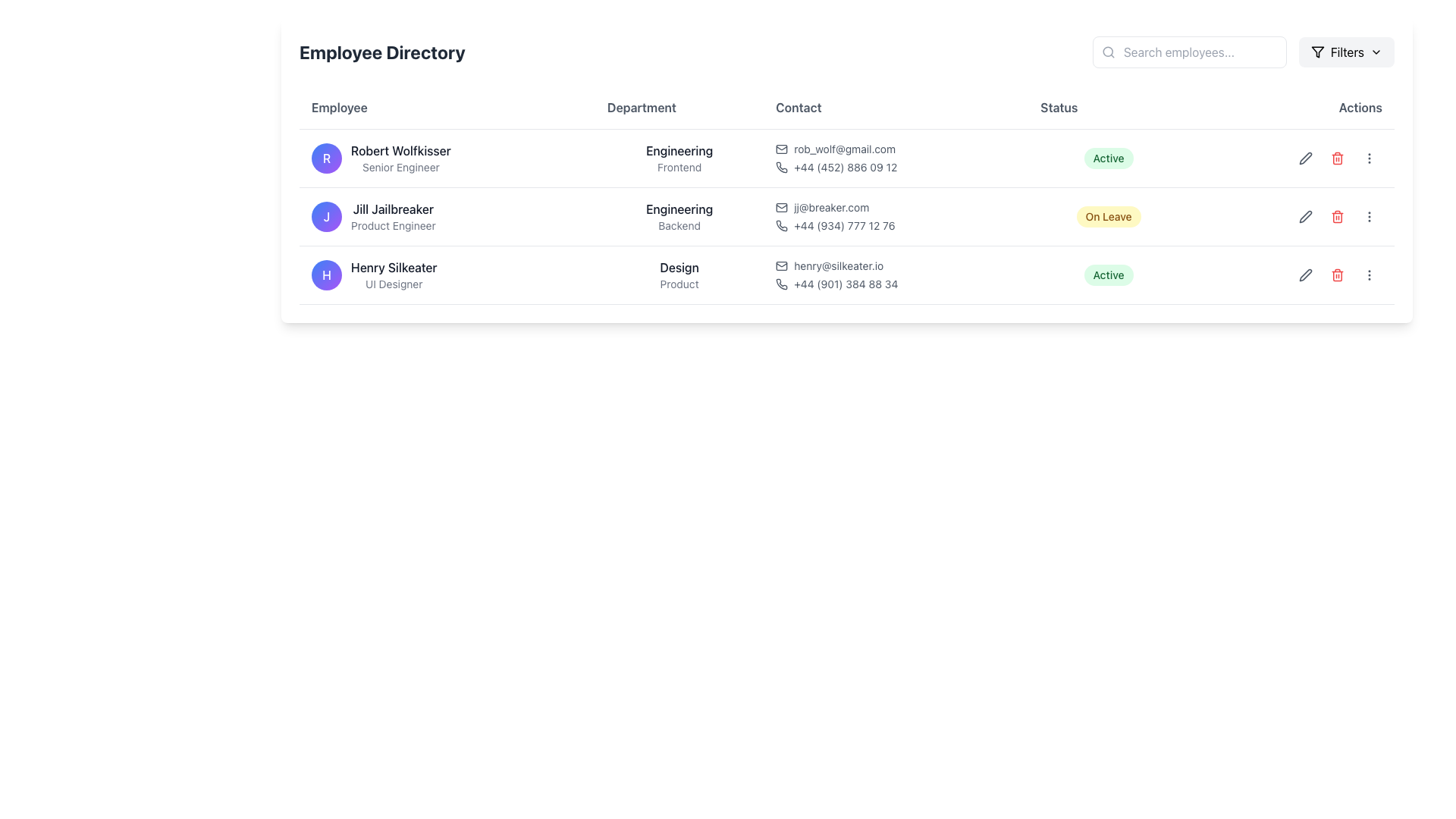 This screenshot has width=1456, height=819. What do you see at coordinates (782, 225) in the screenshot?
I see `the phone-shaped icon in the 'Contact' column next to Jill Jailbreaker's phone number` at bounding box center [782, 225].